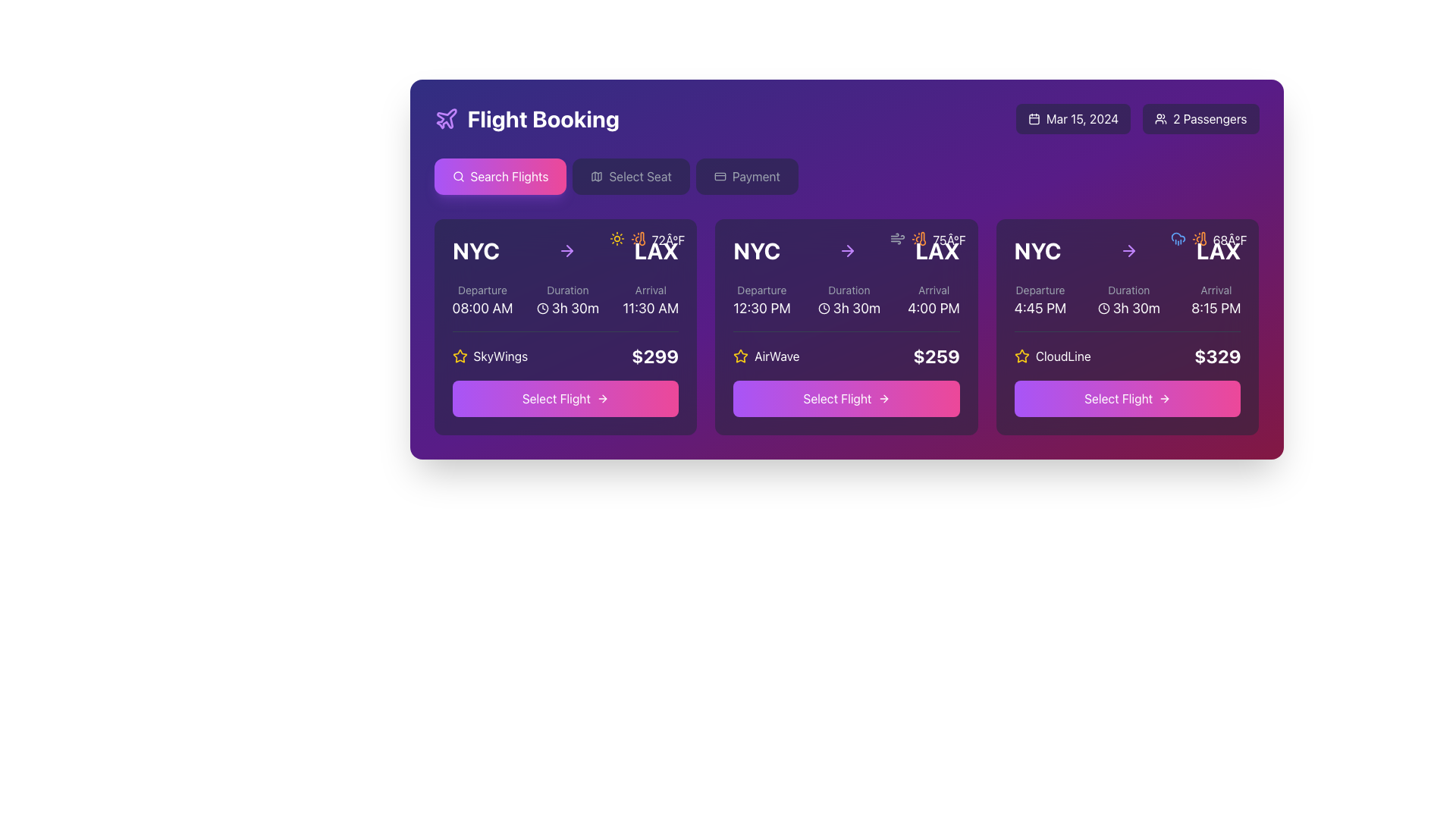 This screenshot has height=819, width=1456. What do you see at coordinates (1230, 239) in the screenshot?
I see `the temperature display element located in the top-right area of the rightmost flight information card, adjacent to the LAX label` at bounding box center [1230, 239].